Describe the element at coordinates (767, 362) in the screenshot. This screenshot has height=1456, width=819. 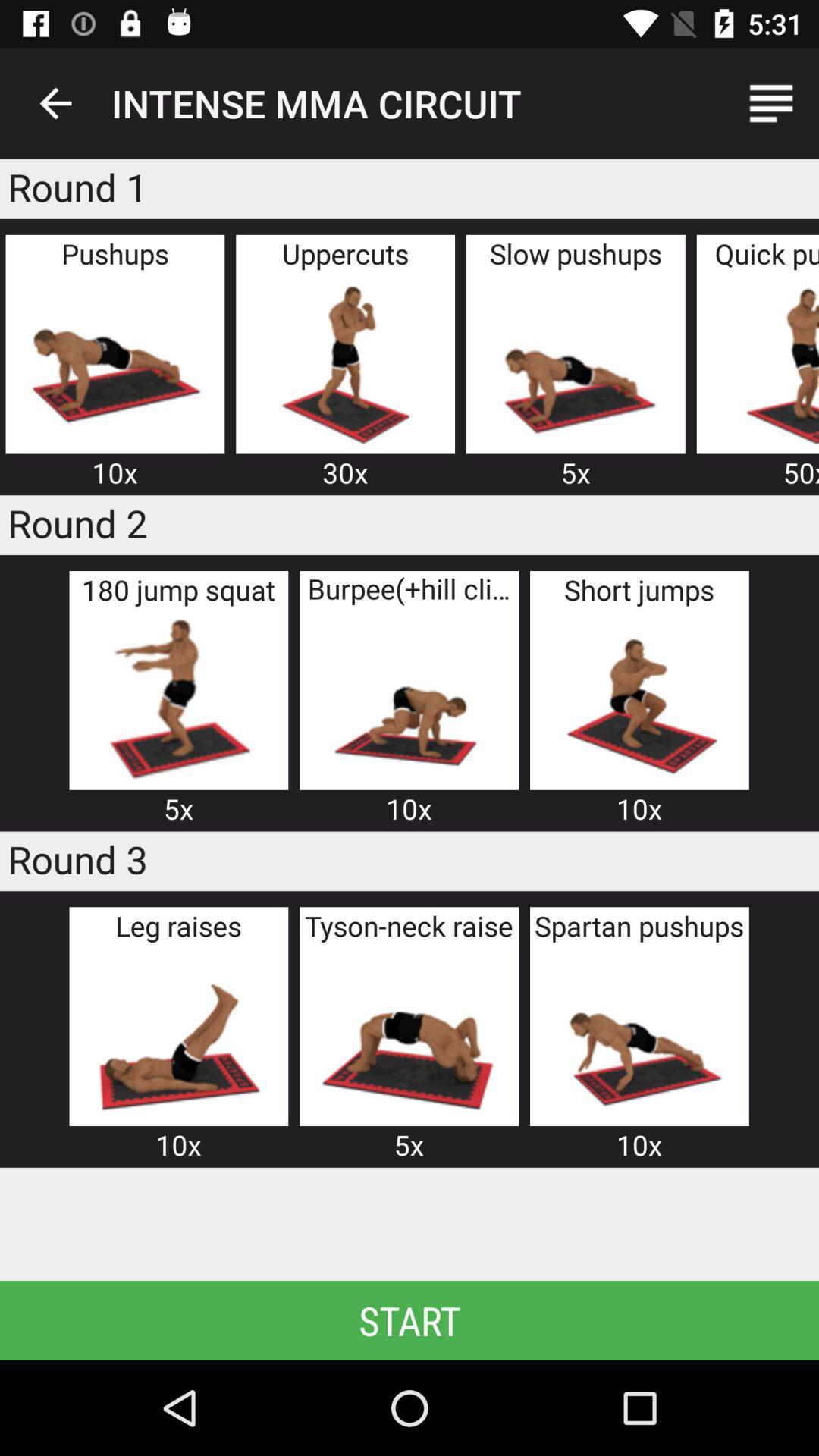
I see `show picture` at that location.